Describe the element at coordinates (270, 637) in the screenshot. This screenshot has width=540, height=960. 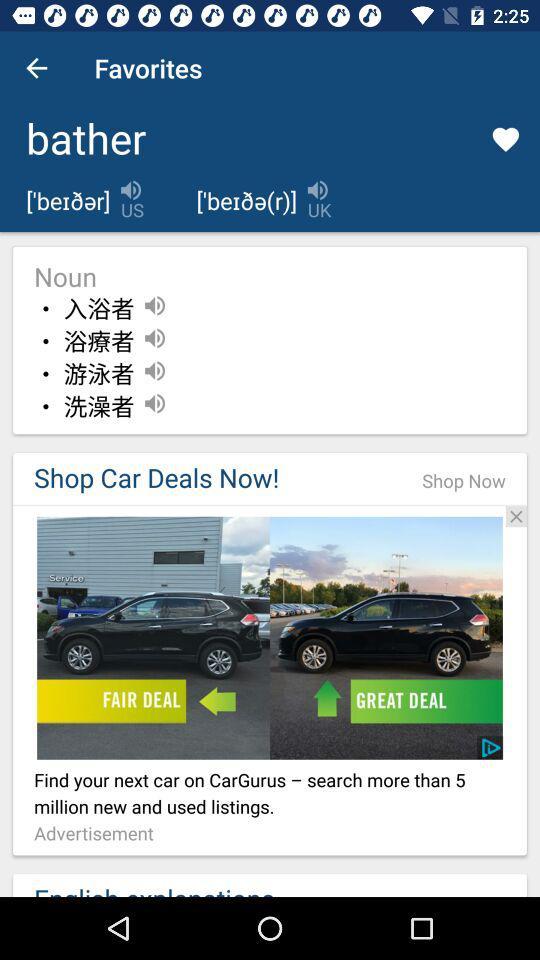
I see `open car deal advertisement` at that location.